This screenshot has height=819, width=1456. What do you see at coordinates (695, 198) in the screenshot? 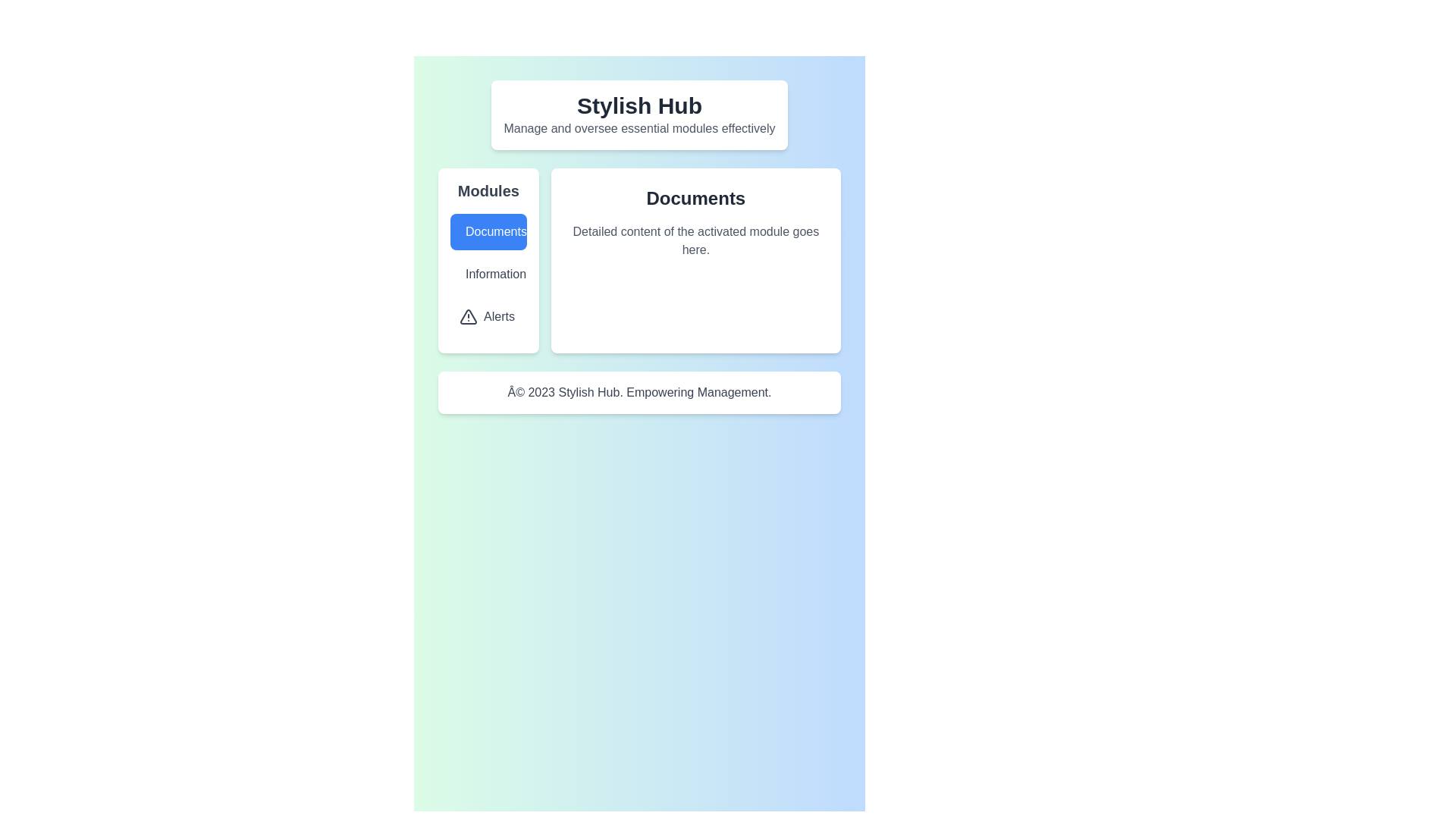
I see `the 'Documents' section header title text located at the top of the main content area, just below 'Stylish Hub'` at bounding box center [695, 198].